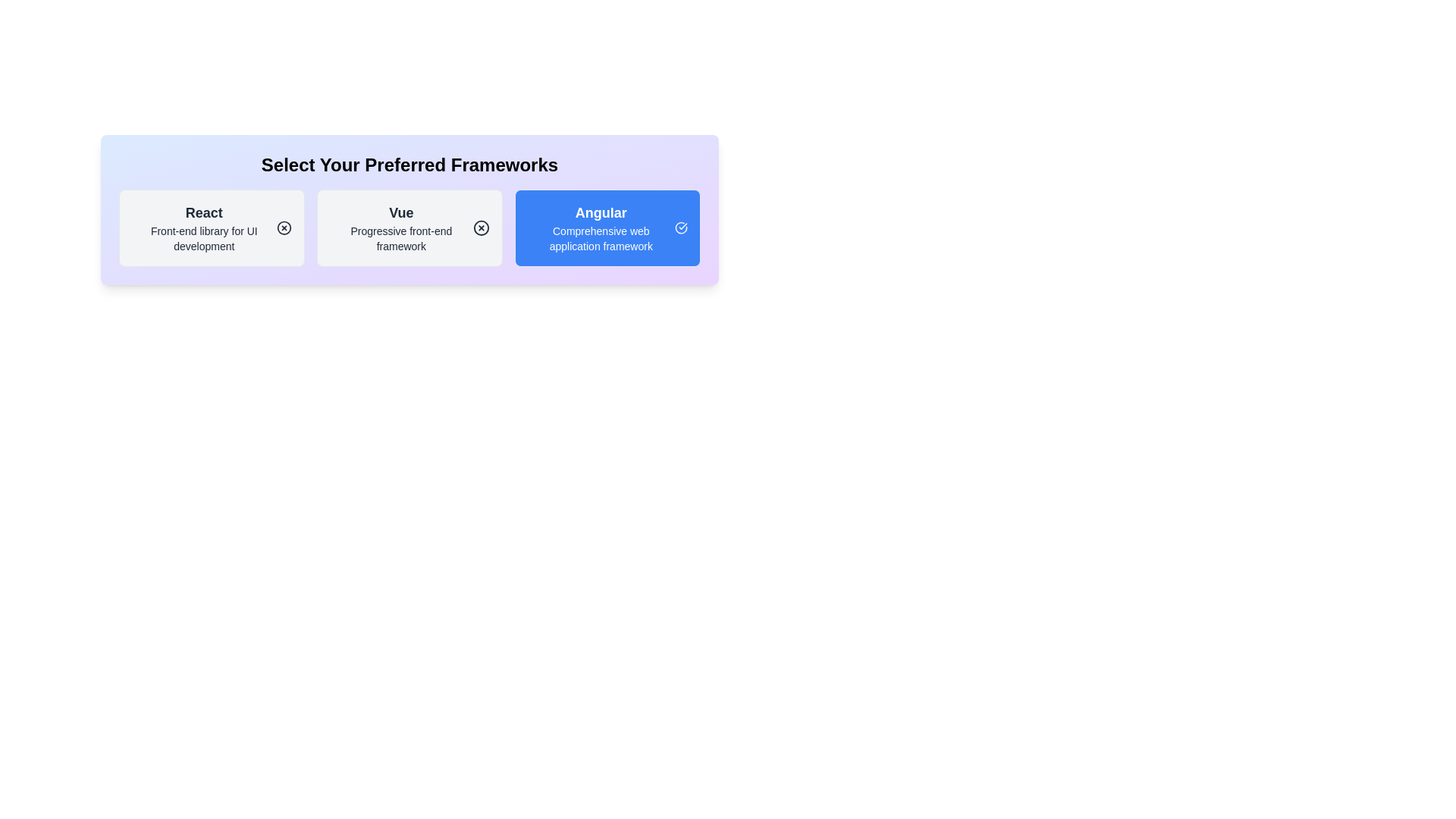 The height and width of the screenshot is (819, 1456). I want to click on the chip labeled Vue to observe its hover effects, so click(409, 227).